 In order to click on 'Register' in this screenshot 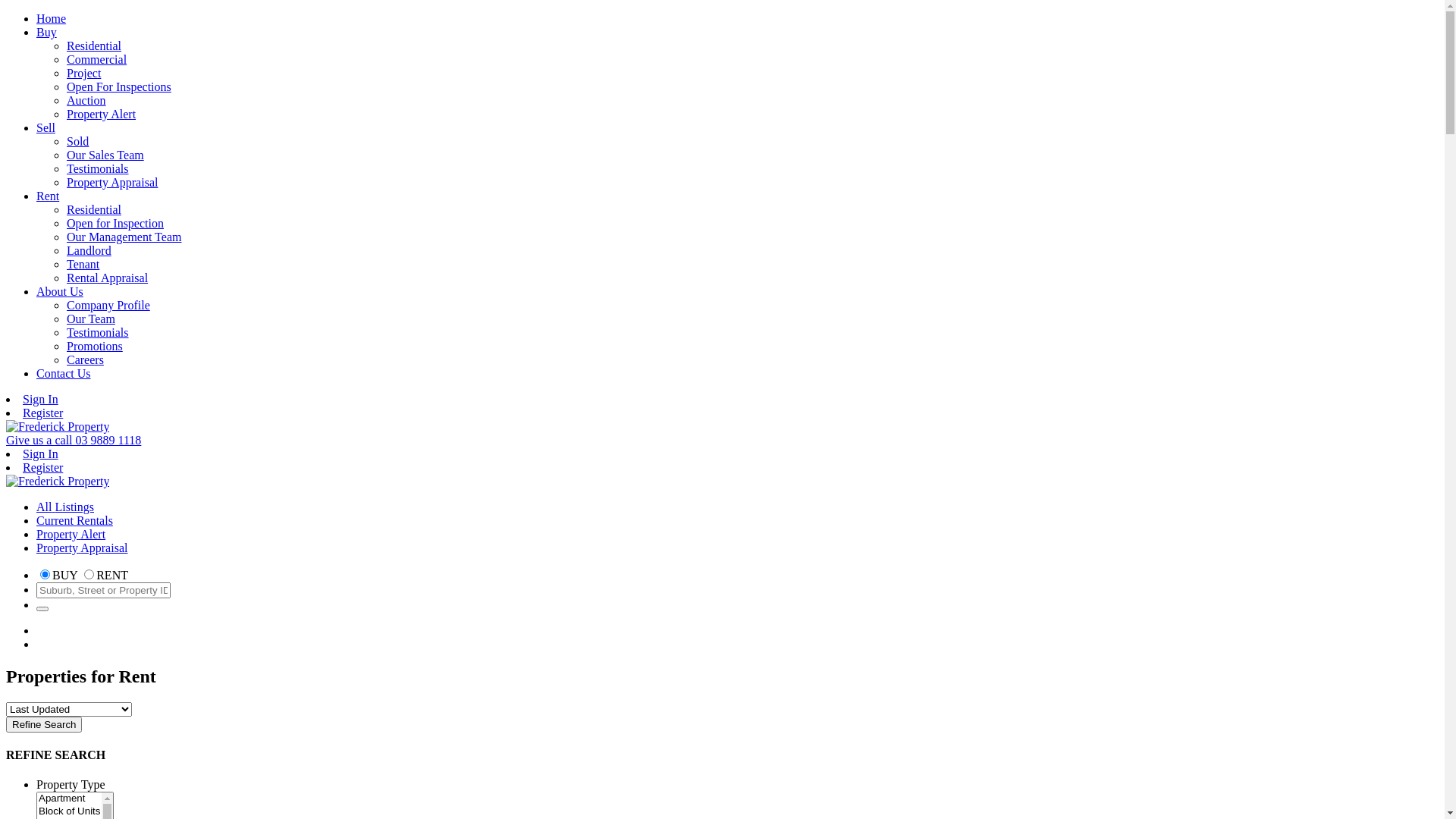, I will do `click(22, 413)`.